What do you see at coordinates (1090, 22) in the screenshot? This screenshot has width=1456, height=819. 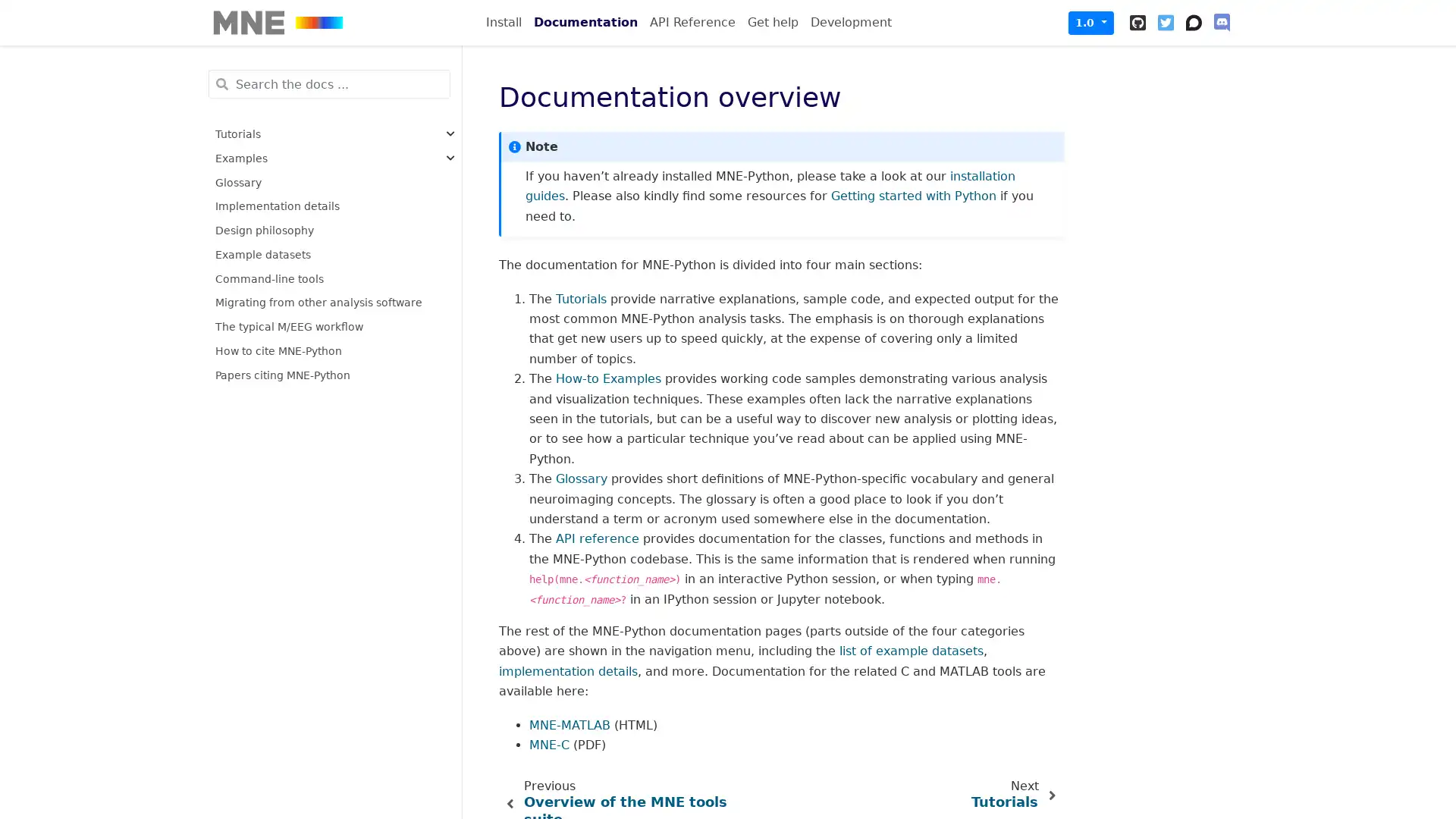 I see `1.0` at bounding box center [1090, 22].